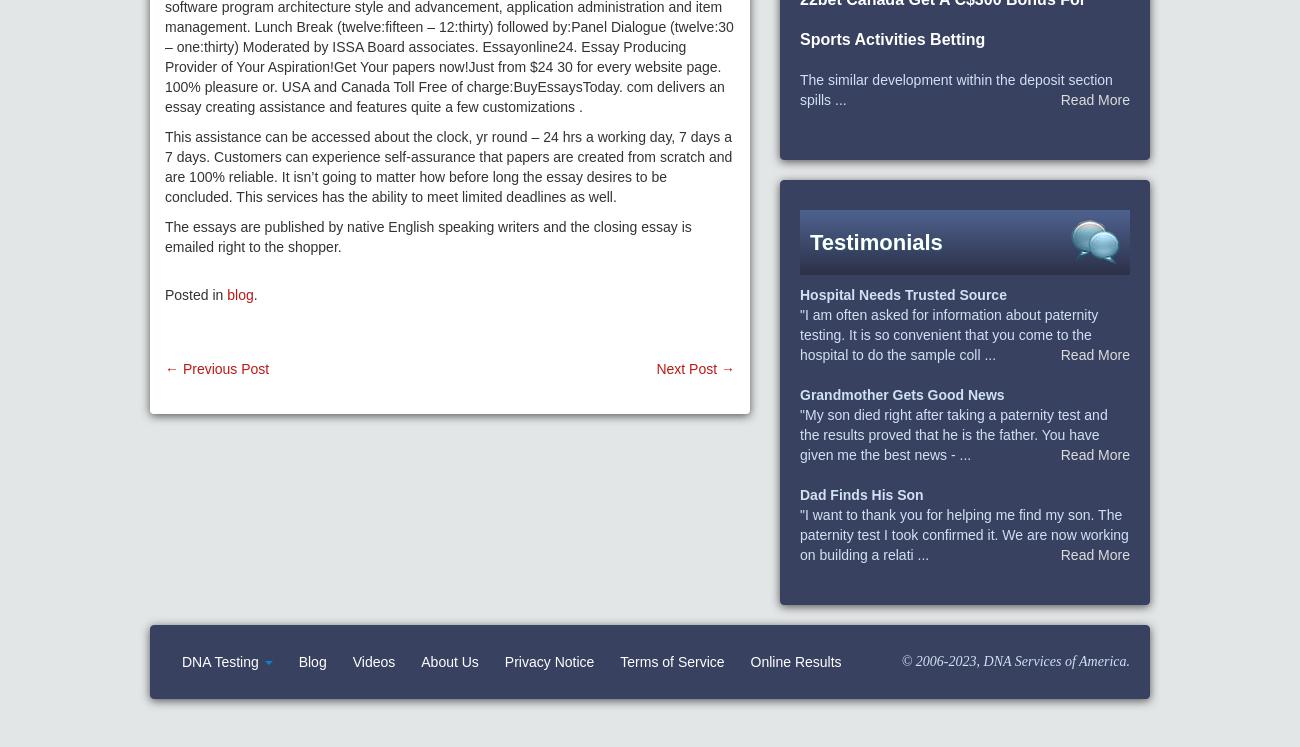 This screenshot has height=747, width=1300. What do you see at coordinates (1014, 660) in the screenshot?
I see `'© 2006-2023, DNA Services of America.'` at bounding box center [1014, 660].